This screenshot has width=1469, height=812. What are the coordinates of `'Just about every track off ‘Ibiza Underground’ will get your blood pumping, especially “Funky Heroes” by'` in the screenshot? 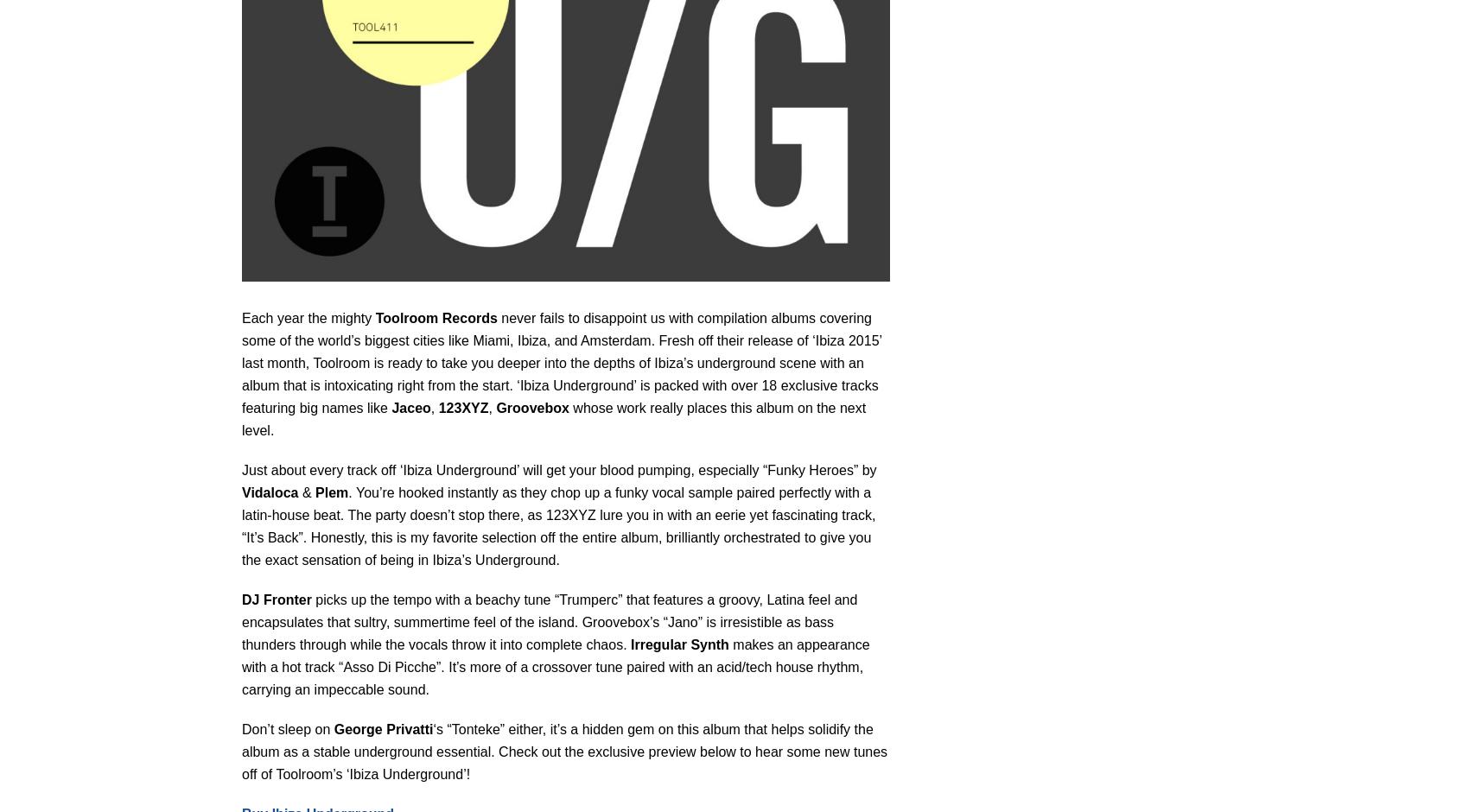 It's located at (241, 468).